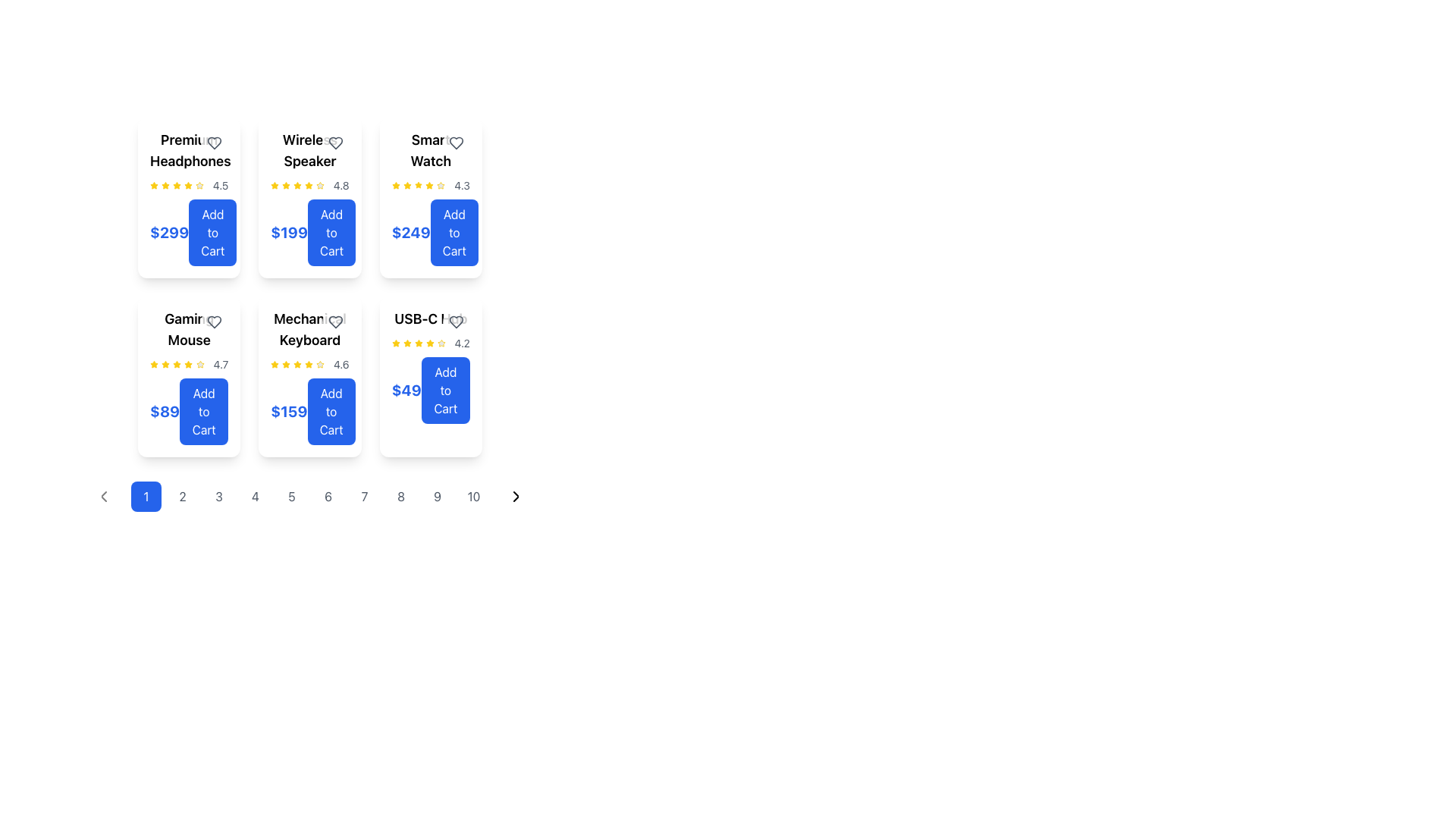 Image resolution: width=1456 pixels, height=819 pixels. Describe the element at coordinates (396, 184) in the screenshot. I see `the third star icon in the rating UI component for the product 'Smart Watch', located in the top-right grid cell of the displayed product cards` at that location.